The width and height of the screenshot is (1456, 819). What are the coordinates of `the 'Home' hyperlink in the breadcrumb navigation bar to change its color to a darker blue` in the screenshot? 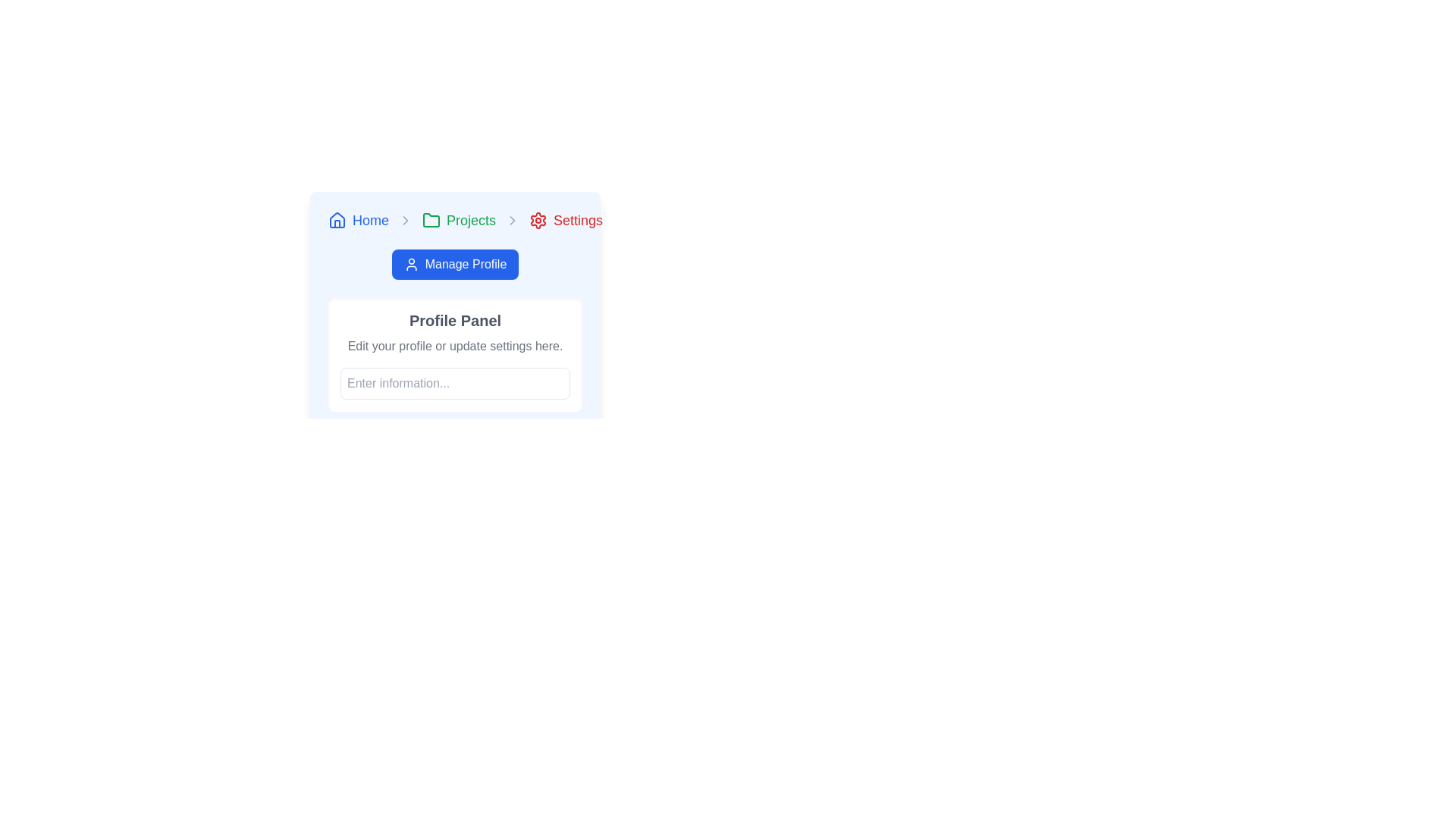 It's located at (371, 220).